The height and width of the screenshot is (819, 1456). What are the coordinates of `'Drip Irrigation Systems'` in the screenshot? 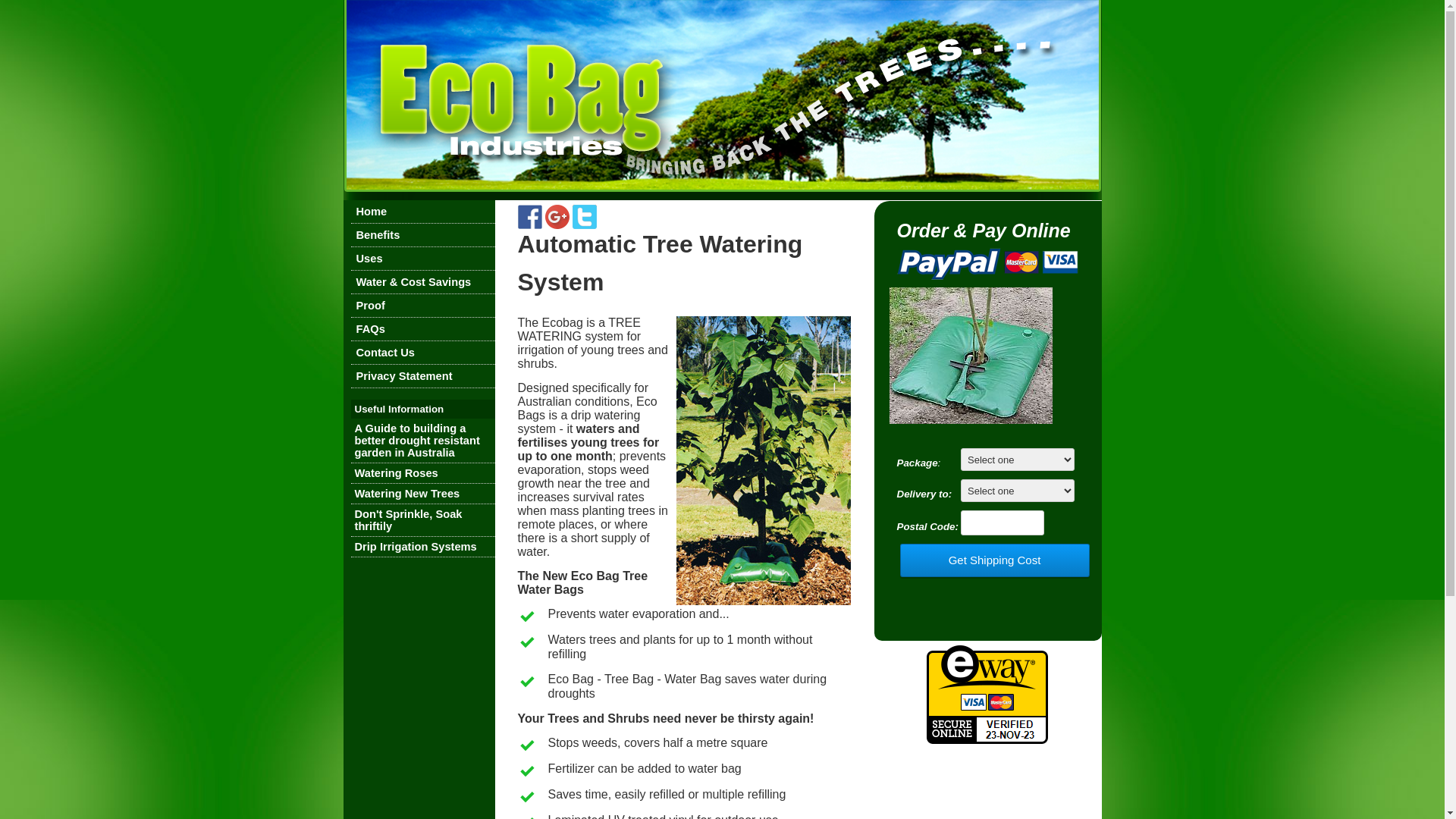 It's located at (353, 547).